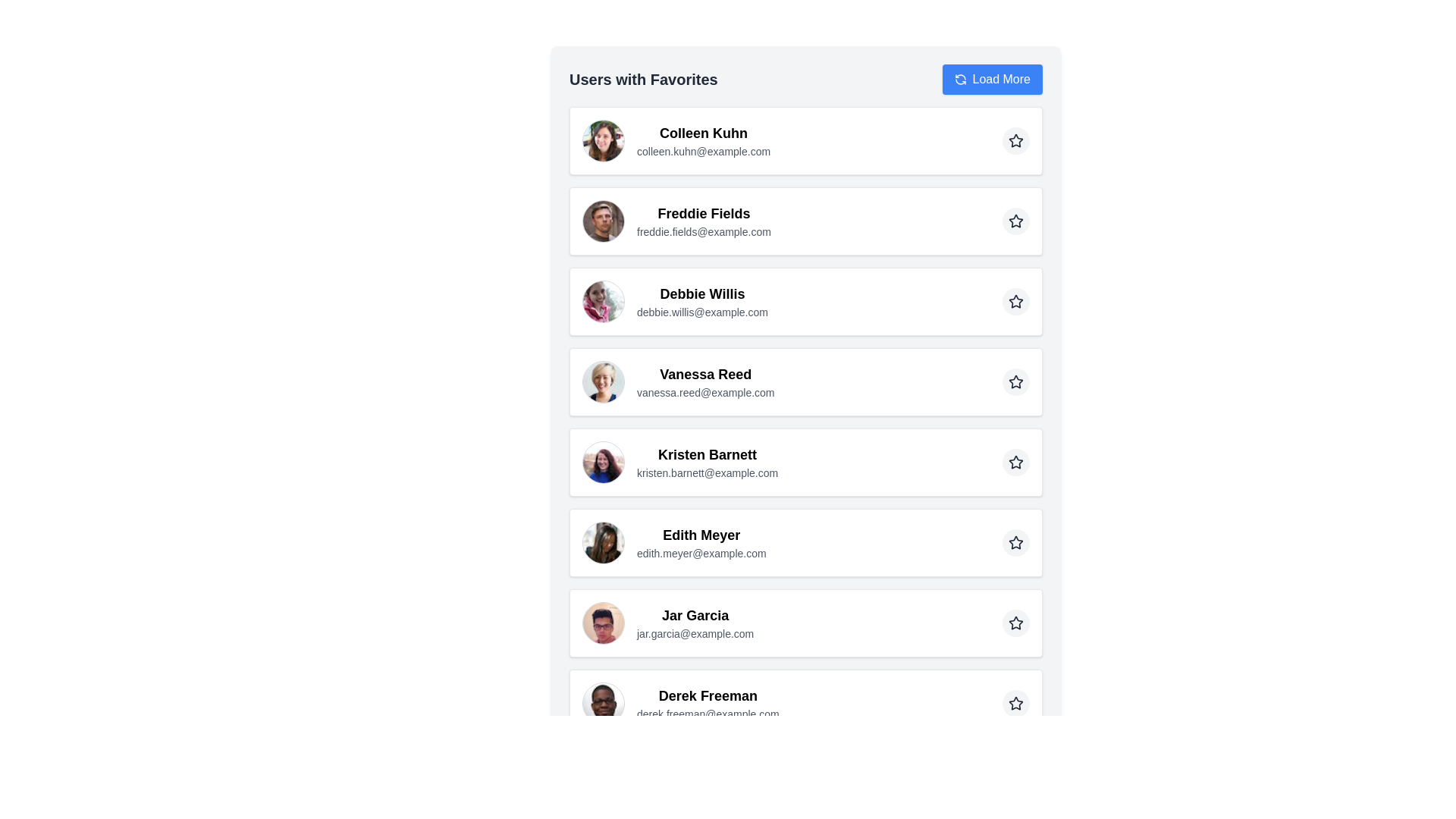  I want to click on the circular avatar image displaying the profile picture of a woman with short blonde hair, located to the left of the profile section labeled 'Vanessa Reed', so click(603, 381).